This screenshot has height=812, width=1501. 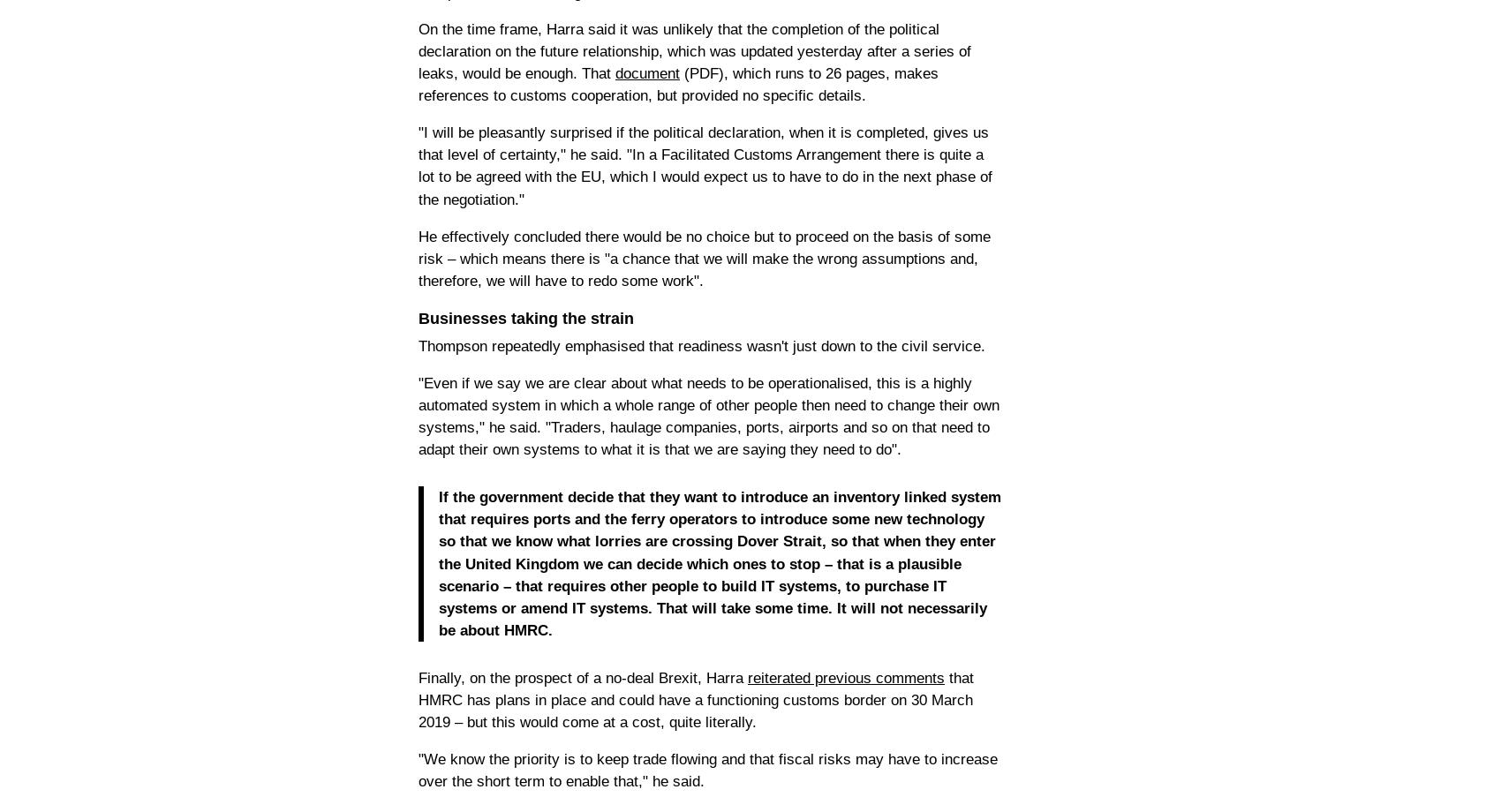 What do you see at coordinates (693, 50) in the screenshot?
I see `'On the time frame, Harra said it was unlikely that the completion of the political declaration on the future relationship, which was updated yesterday after a series of leaks, would be enough. That'` at bounding box center [693, 50].